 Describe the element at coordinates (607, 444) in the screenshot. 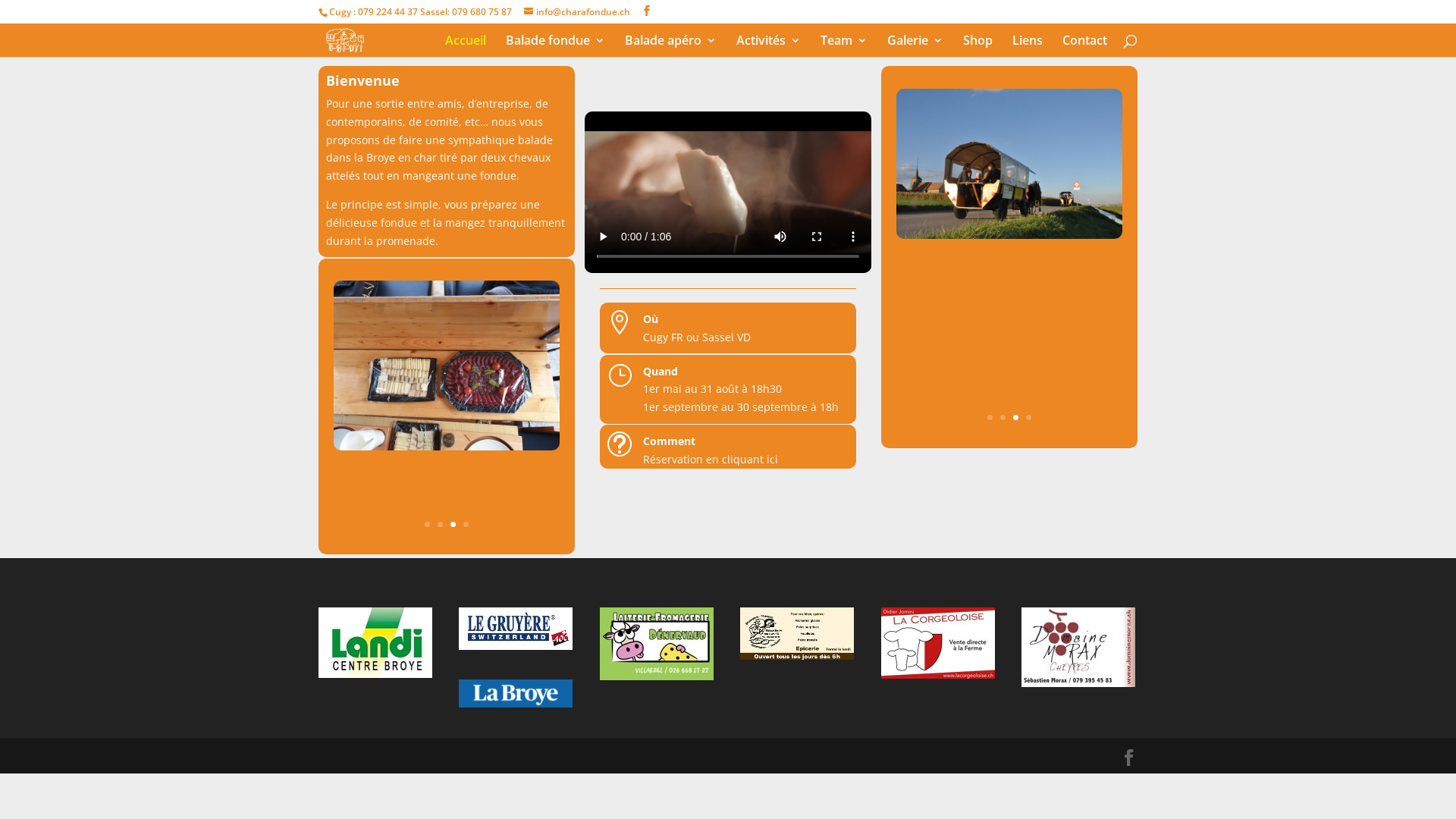

I see `'t'` at that location.